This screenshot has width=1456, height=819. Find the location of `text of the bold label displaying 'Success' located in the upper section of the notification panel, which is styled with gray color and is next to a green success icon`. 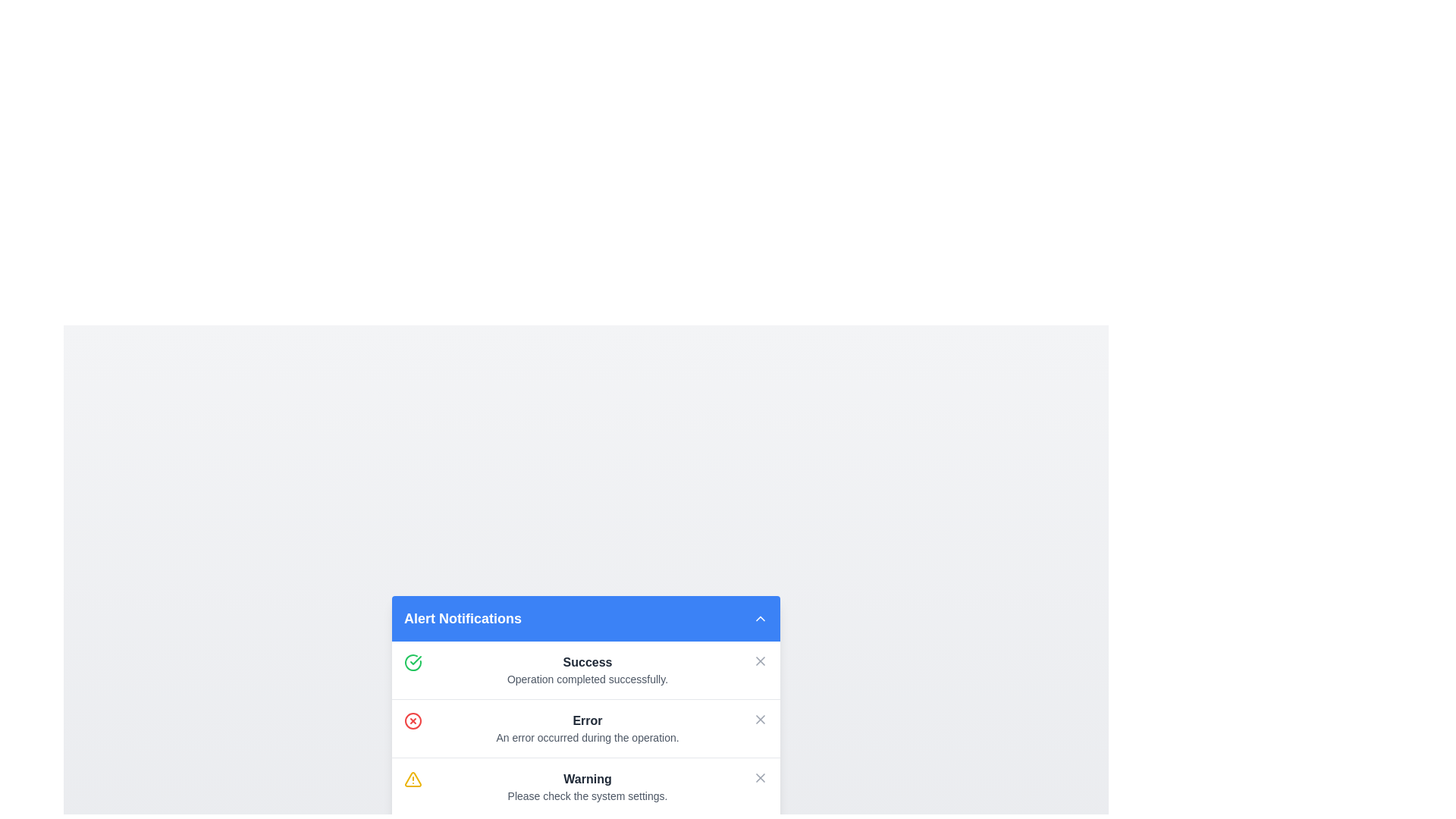

text of the bold label displaying 'Success' located in the upper section of the notification panel, which is styled with gray color and is next to a green success icon is located at coordinates (586, 661).